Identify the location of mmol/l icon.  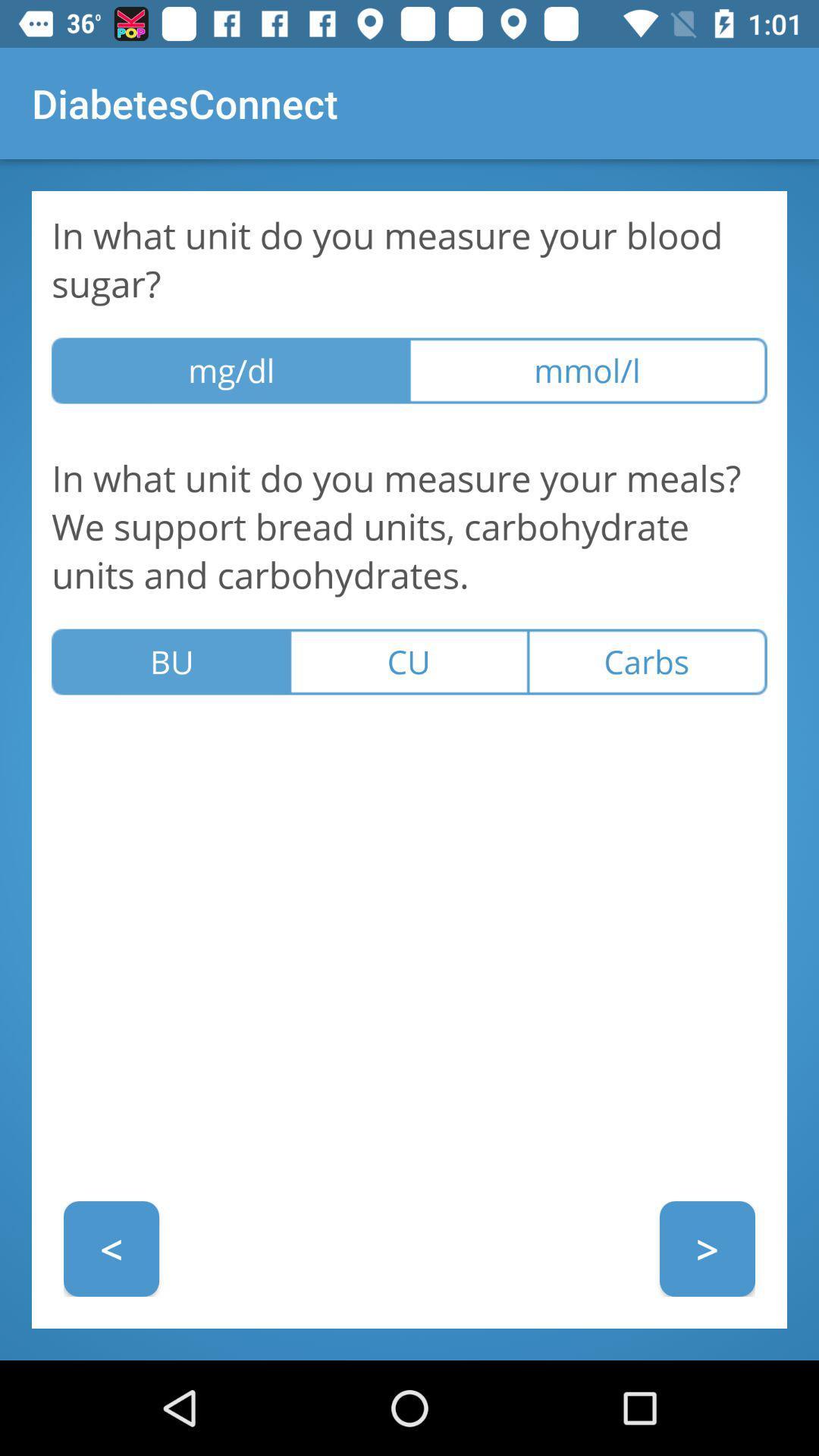
(587, 371).